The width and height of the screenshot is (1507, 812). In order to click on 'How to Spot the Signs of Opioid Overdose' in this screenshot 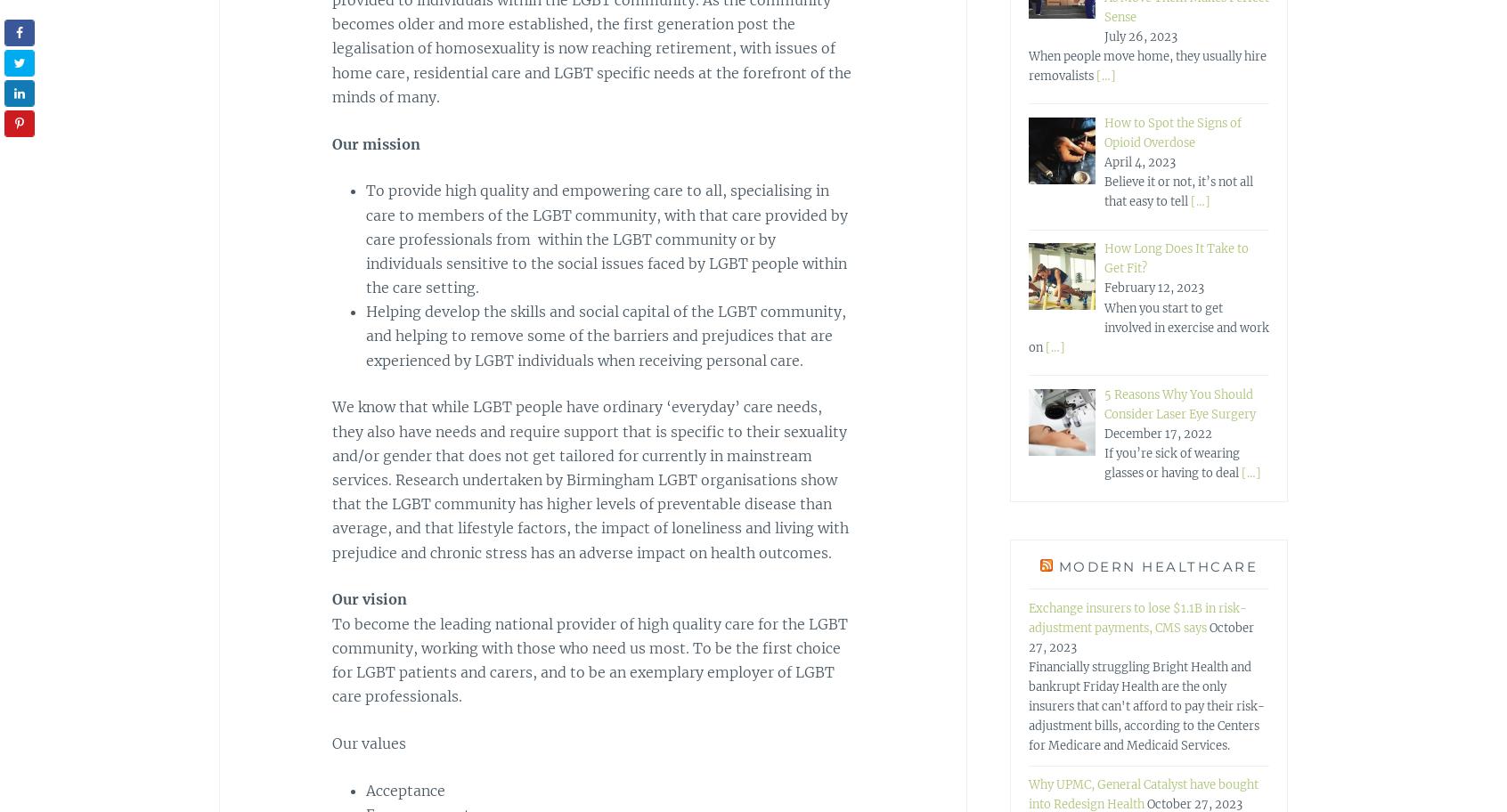, I will do `click(1171, 131)`.